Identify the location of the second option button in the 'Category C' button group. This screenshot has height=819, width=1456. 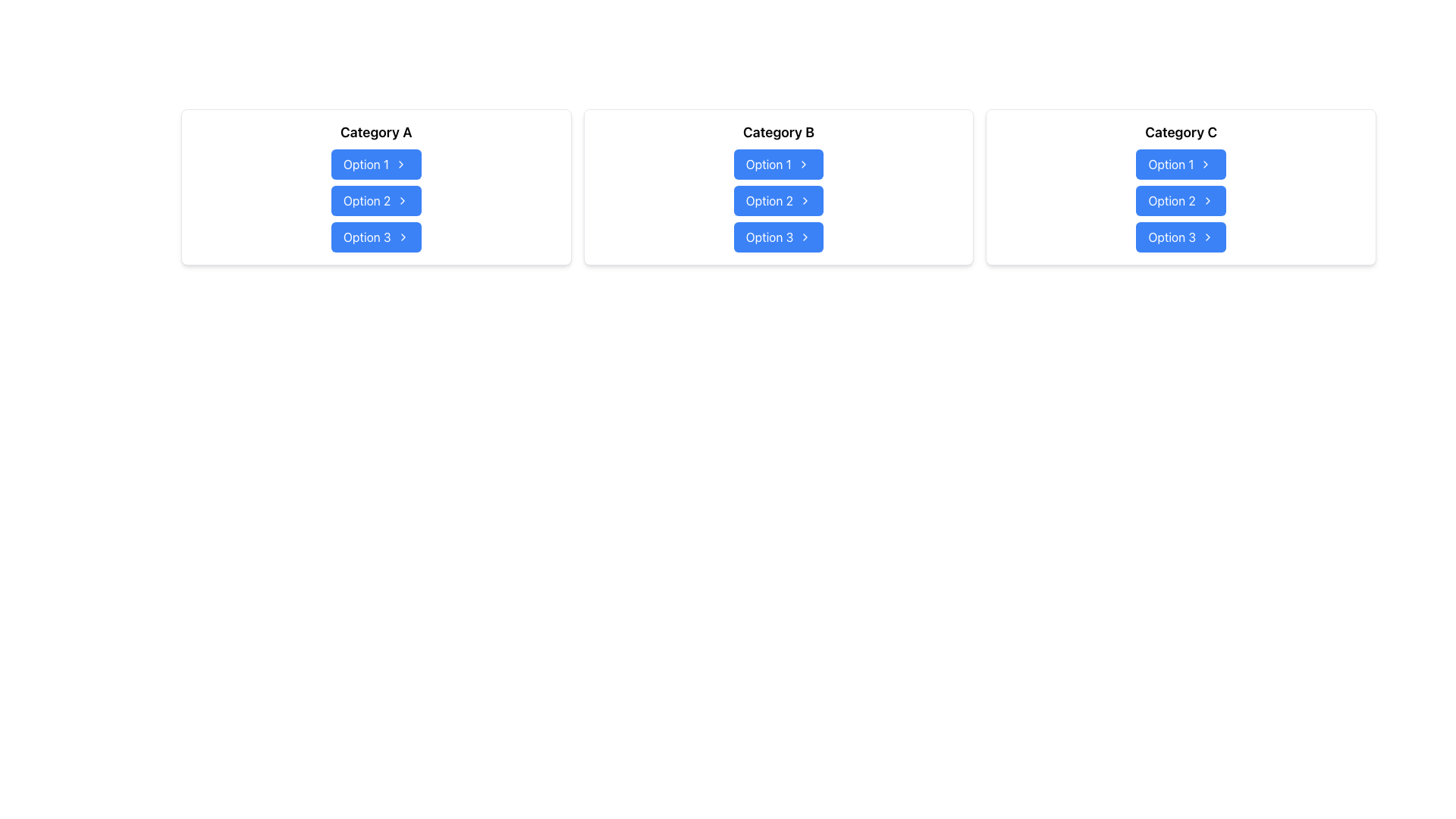
(1180, 186).